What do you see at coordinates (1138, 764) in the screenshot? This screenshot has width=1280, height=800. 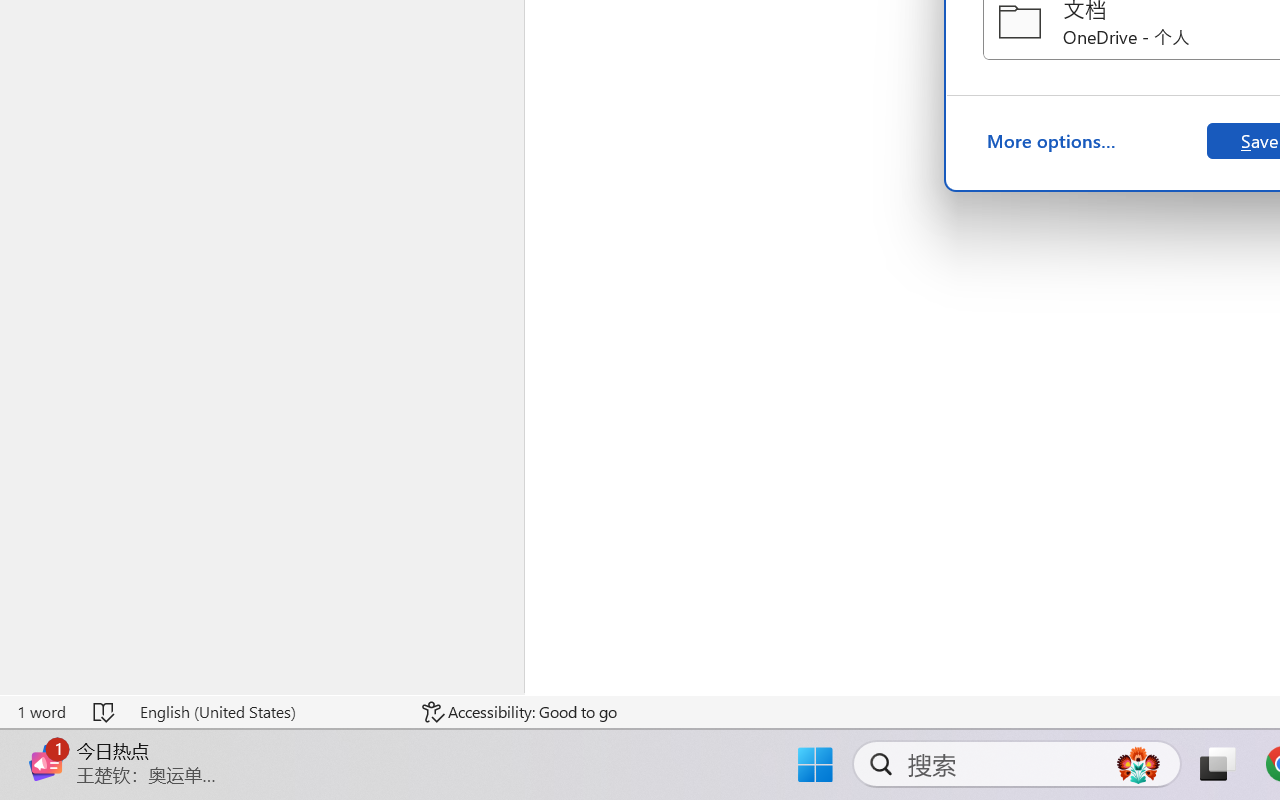 I see `'AutomationID: DynamicSearchBoxGleamImage'` at bounding box center [1138, 764].